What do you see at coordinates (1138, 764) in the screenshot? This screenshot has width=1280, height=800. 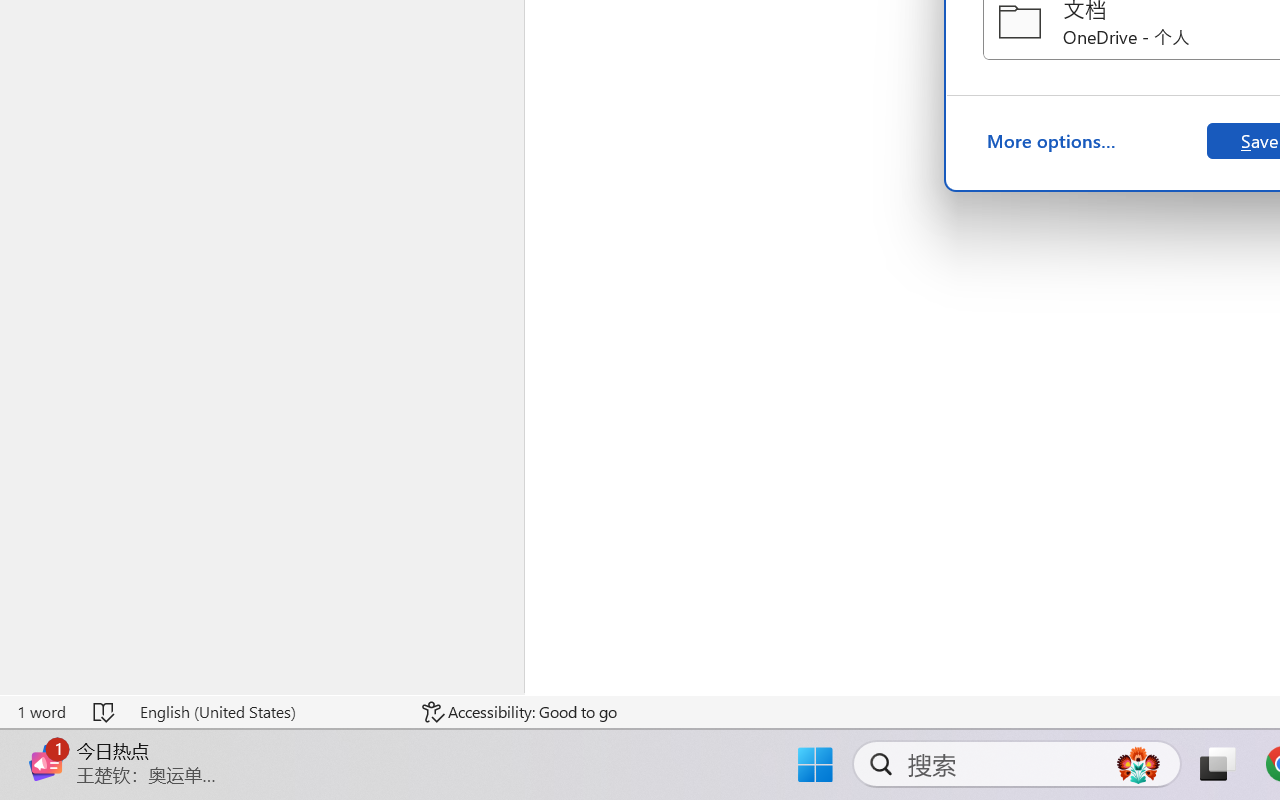 I see `'AutomationID: DynamicSearchBoxGleamImage'` at bounding box center [1138, 764].